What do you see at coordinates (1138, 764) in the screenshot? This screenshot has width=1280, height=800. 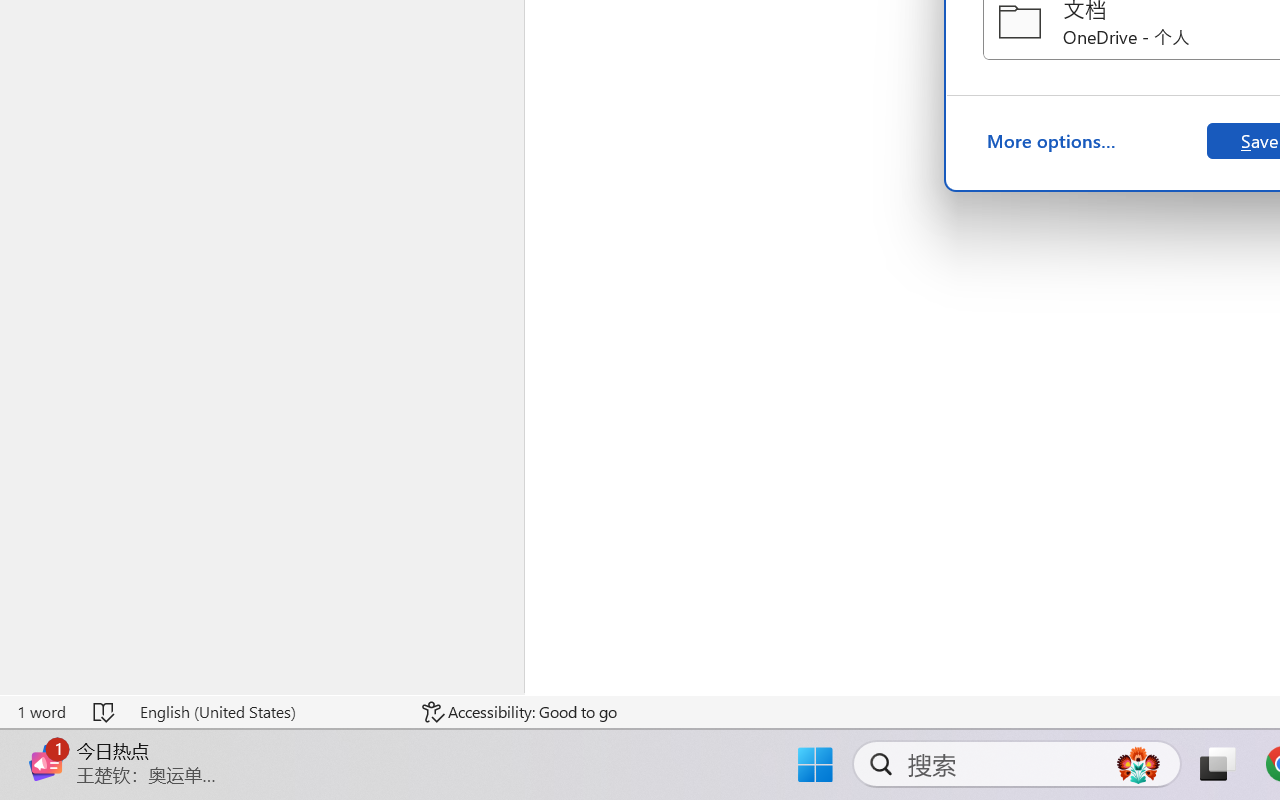 I see `'AutomationID: DynamicSearchBoxGleamImage'` at bounding box center [1138, 764].